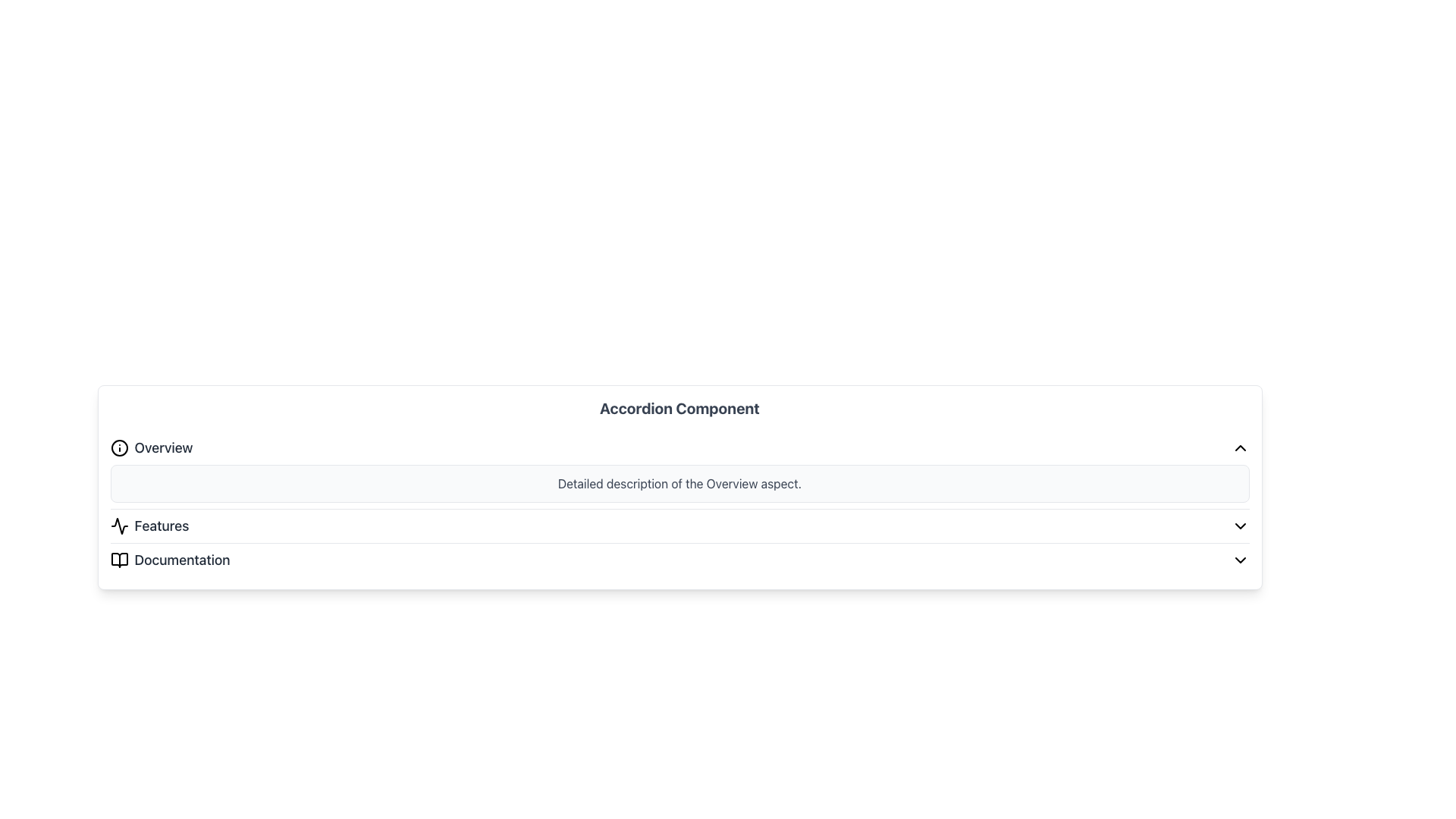 This screenshot has width=1456, height=819. What do you see at coordinates (152, 447) in the screenshot?
I see `the 'Overview' section header button in the accordion` at bounding box center [152, 447].